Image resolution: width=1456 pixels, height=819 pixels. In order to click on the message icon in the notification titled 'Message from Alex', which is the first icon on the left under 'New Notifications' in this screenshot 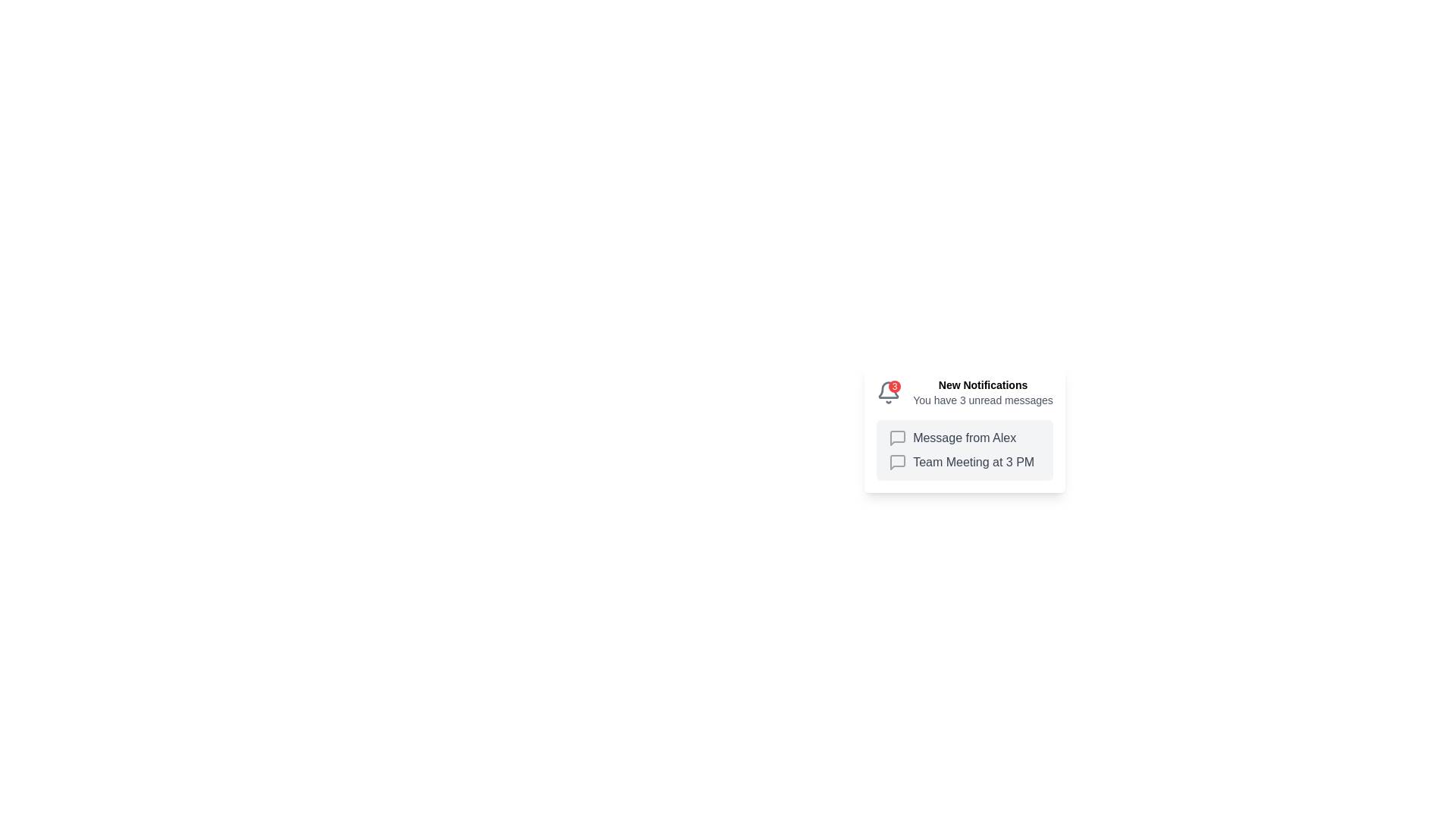, I will do `click(898, 438)`.